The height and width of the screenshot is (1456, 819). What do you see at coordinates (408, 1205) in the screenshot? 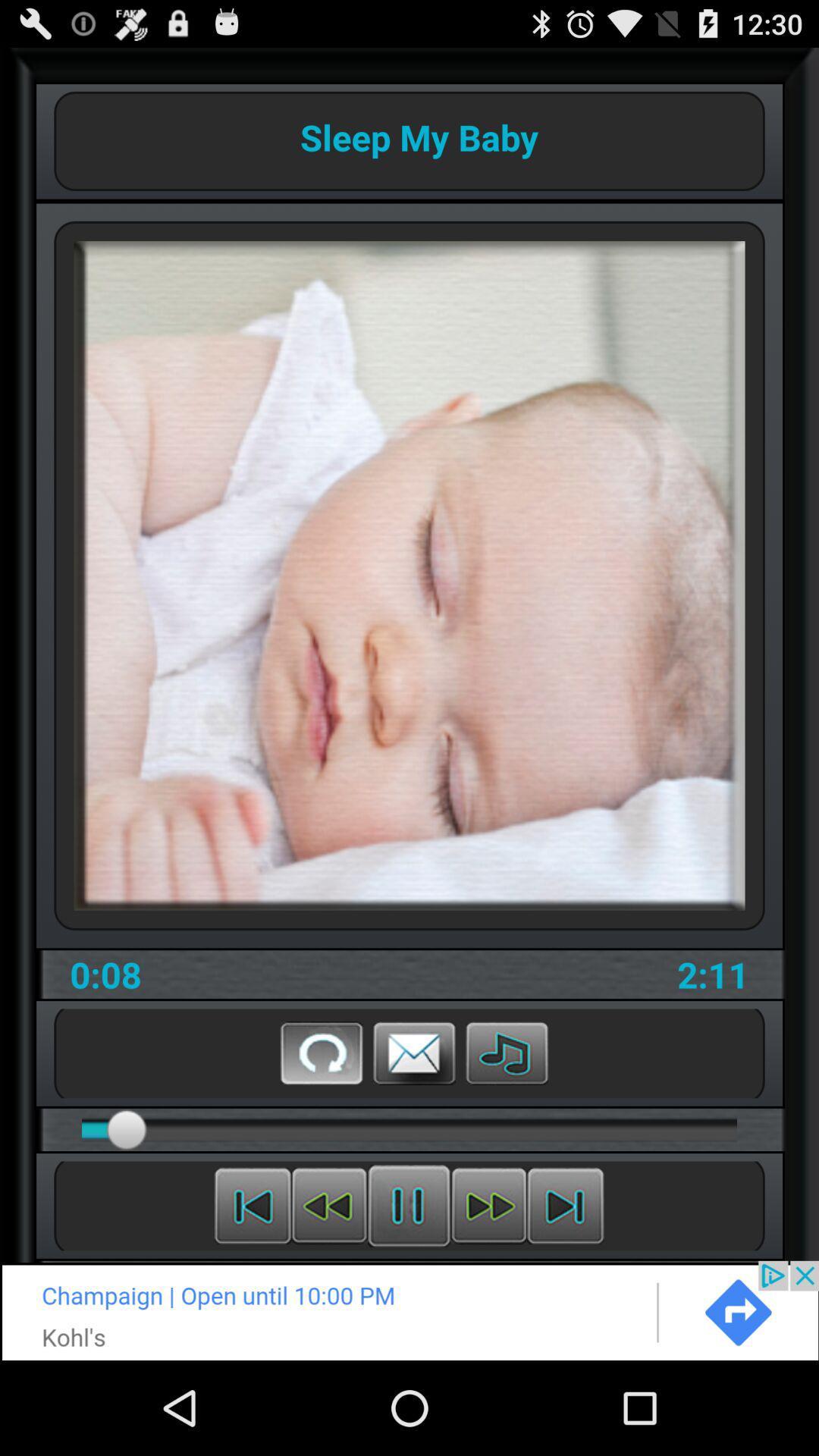
I see `pause music` at bounding box center [408, 1205].